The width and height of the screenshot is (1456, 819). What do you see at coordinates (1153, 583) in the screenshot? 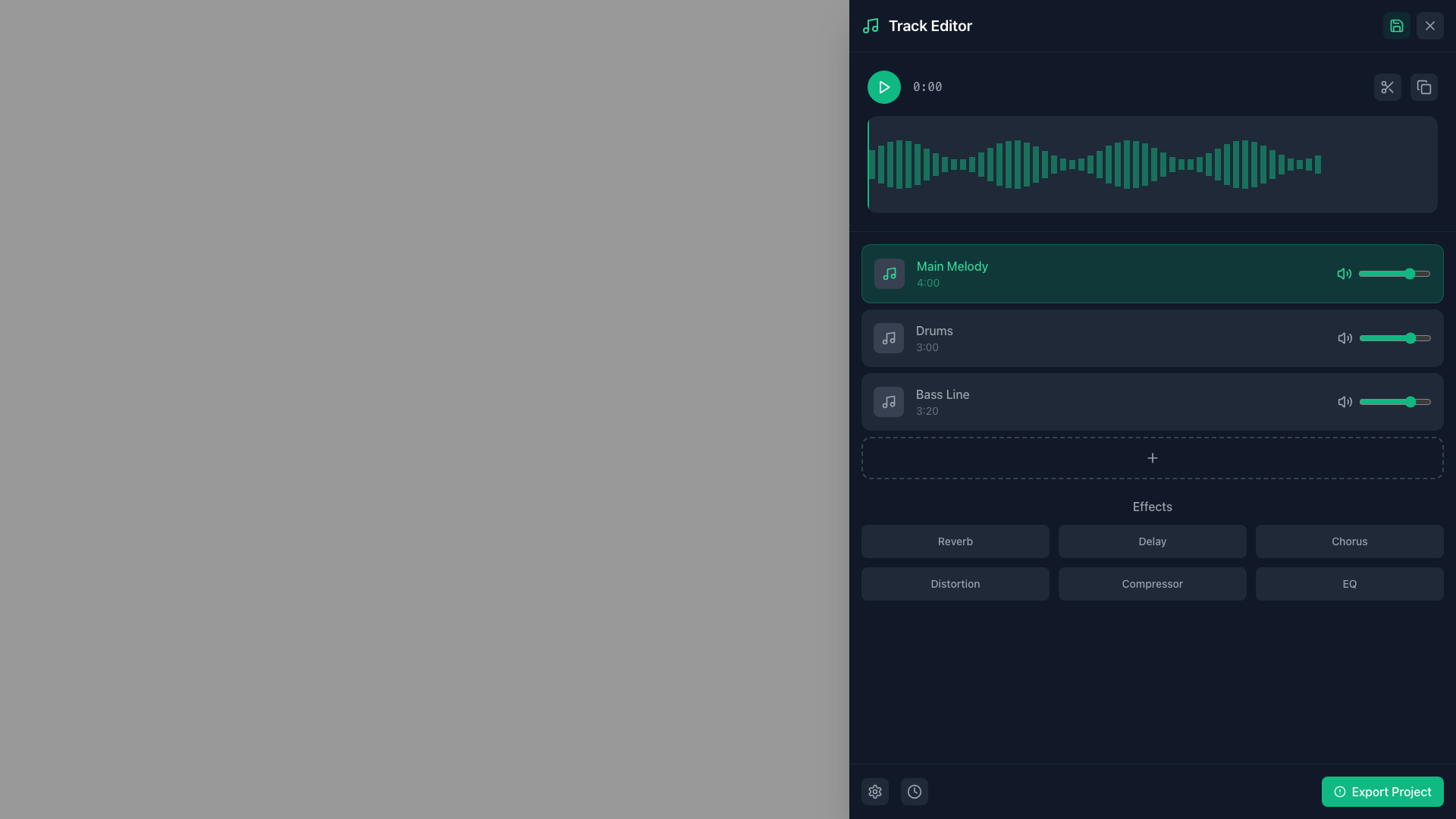
I see `the rounded rectangular button with a dark gray background and 'Compressor' in light gray text` at bounding box center [1153, 583].